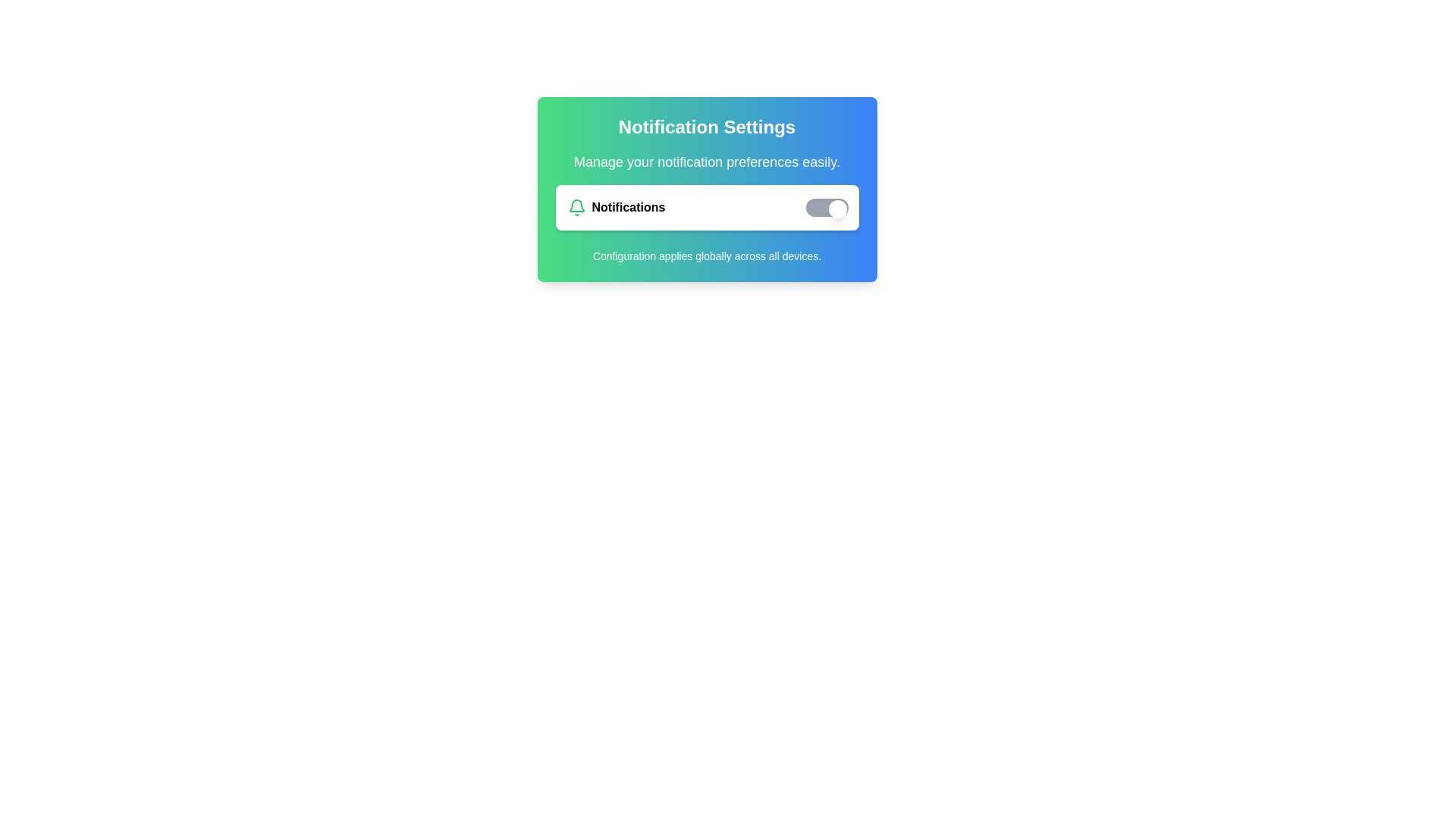  Describe the element at coordinates (576, 207) in the screenshot. I see `the bell icon that signifies notifications, located to the left of the word 'Notifications' in the user interface` at that location.